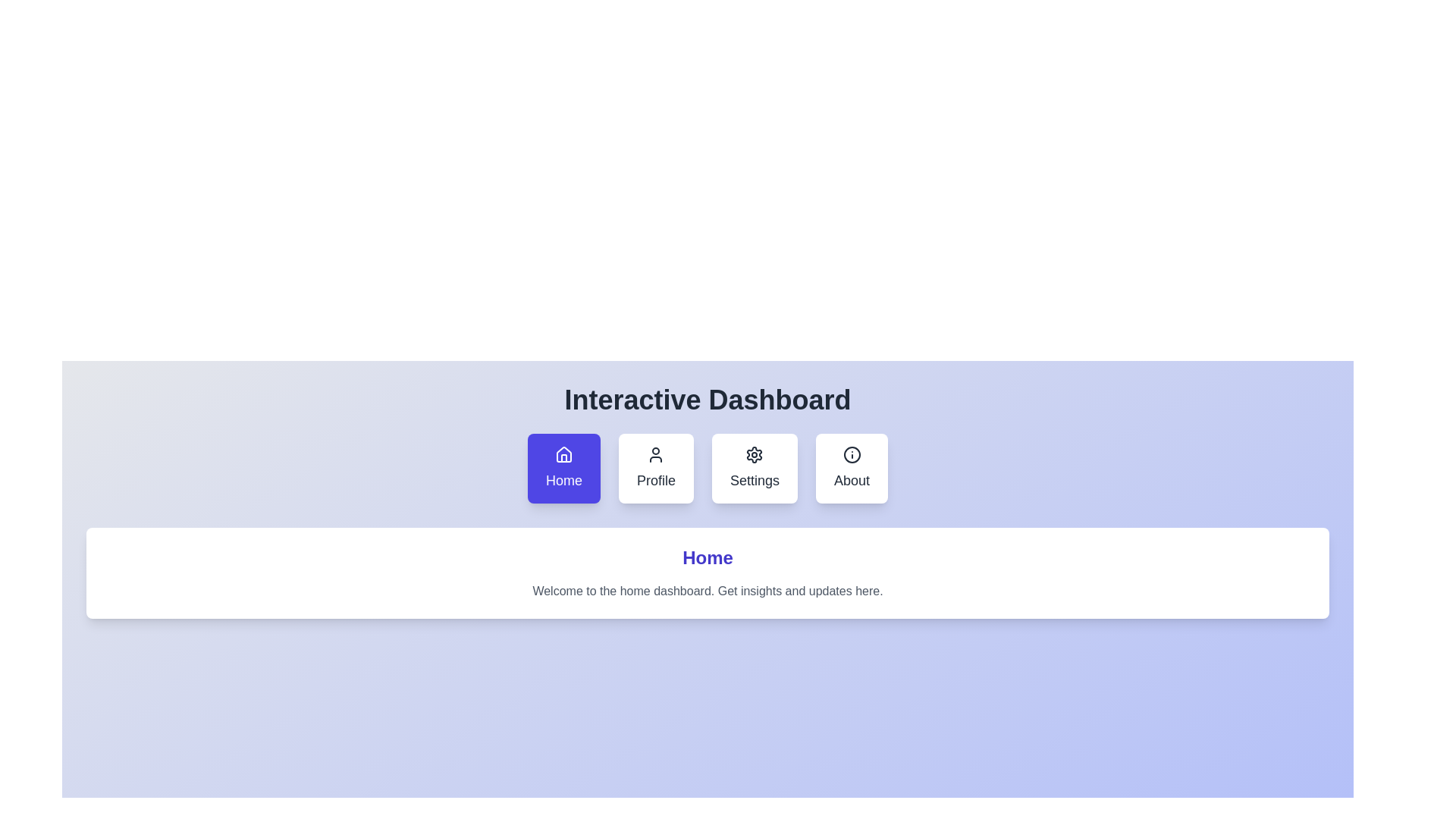 Image resolution: width=1456 pixels, height=819 pixels. What do you see at coordinates (563, 467) in the screenshot?
I see `the 'Home' button, which has a purple background, white text, and a house icon above it` at bounding box center [563, 467].